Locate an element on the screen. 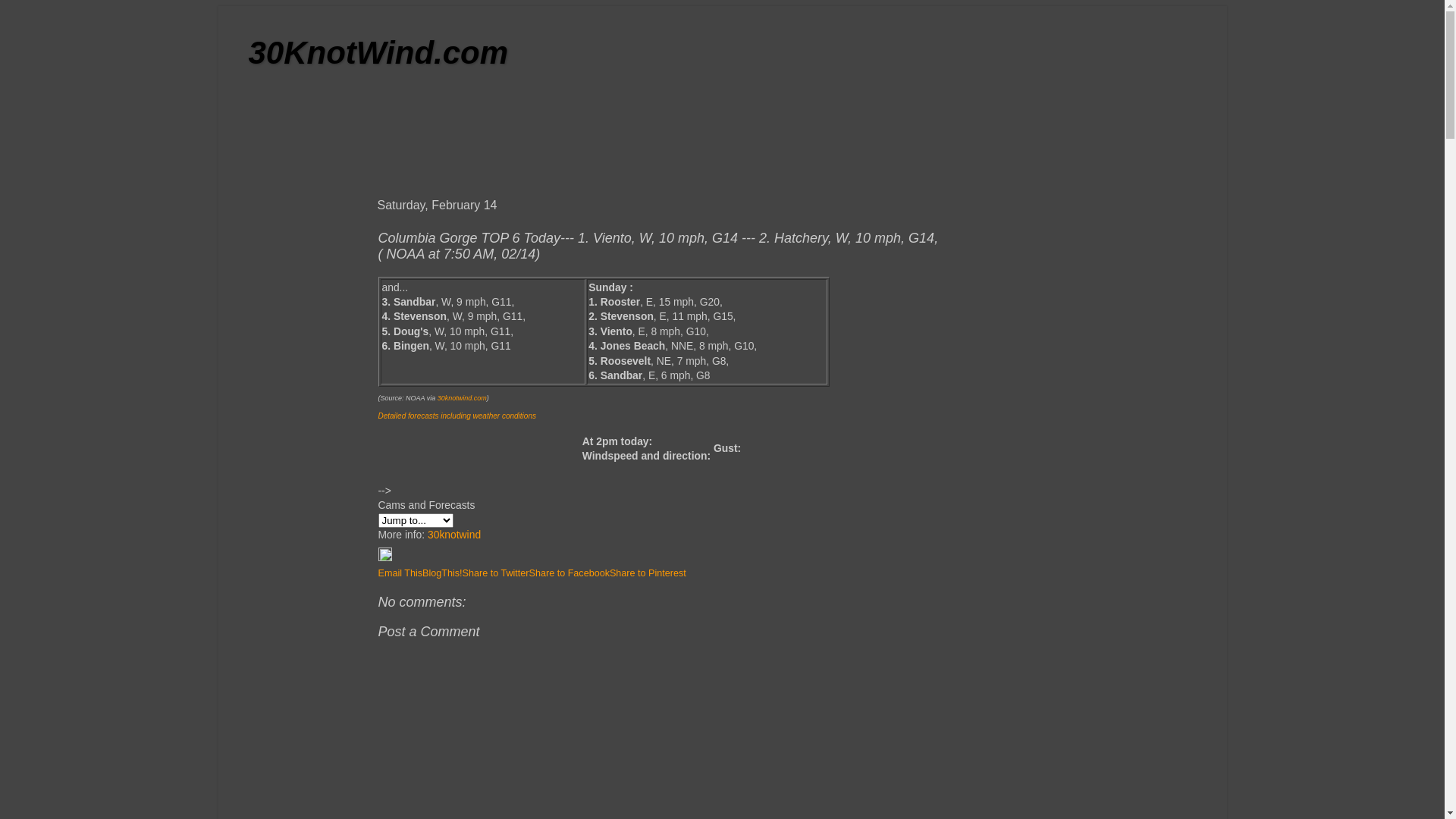 The height and width of the screenshot is (819, 1456). 'Share to Twitter' is located at coordinates (461, 573).